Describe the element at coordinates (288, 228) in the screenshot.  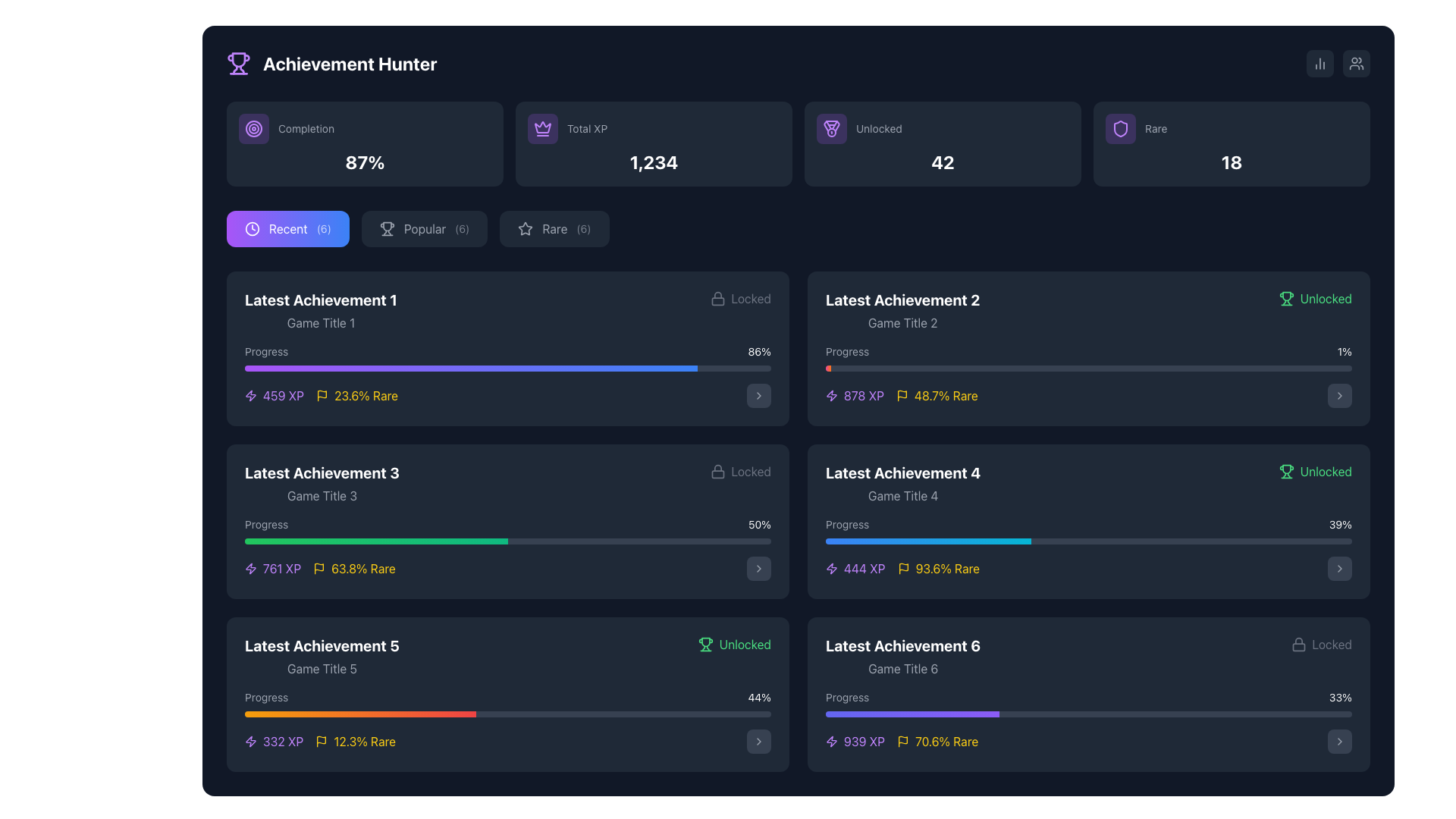
I see `the 'Recent' text label within the clickable button that filters or sorts content` at that location.